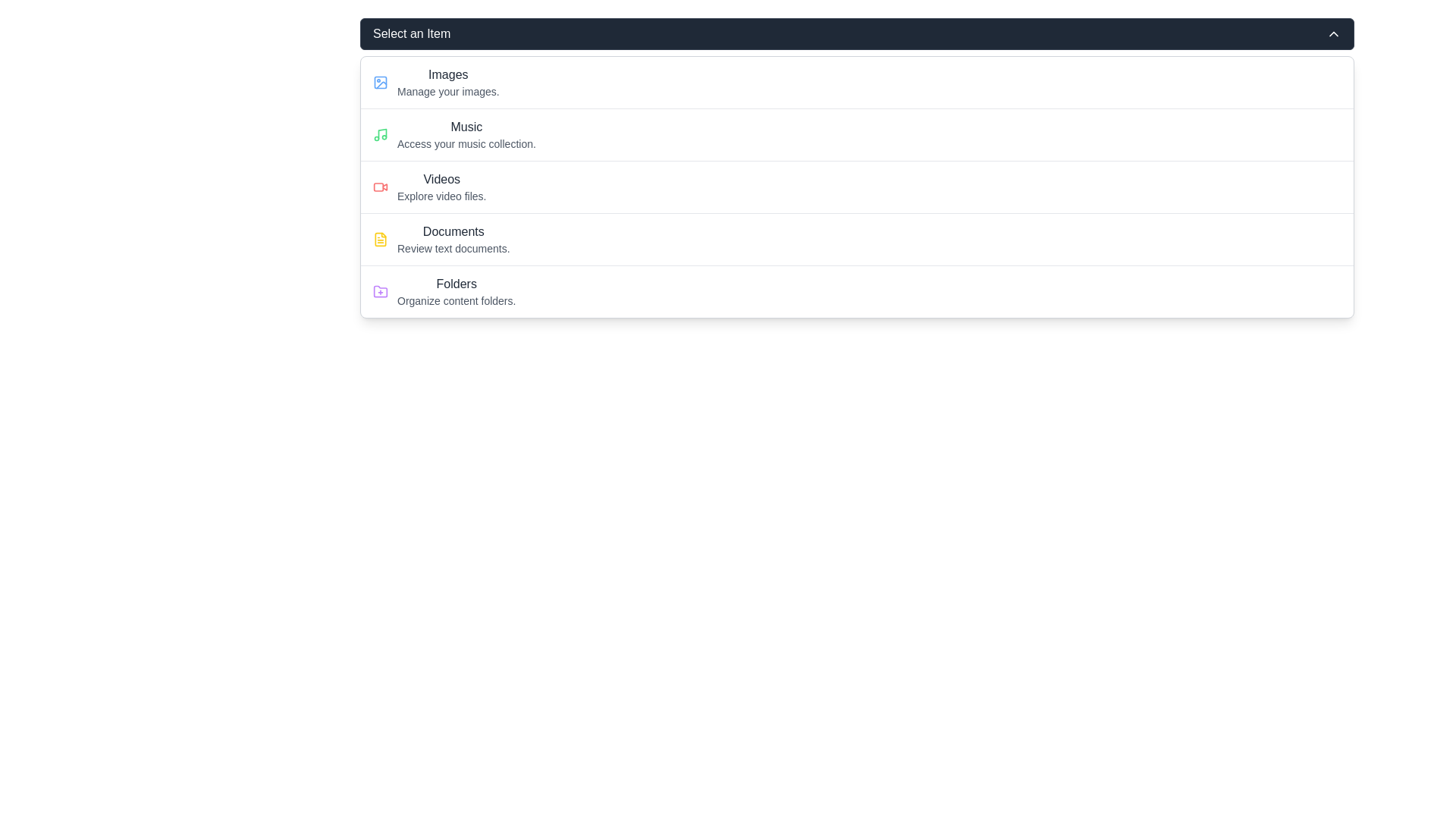  Describe the element at coordinates (381, 239) in the screenshot. I see `the 'Documents' category icon, which is the fourth item in the vertical dropdown menu, for visual identification` at that location.